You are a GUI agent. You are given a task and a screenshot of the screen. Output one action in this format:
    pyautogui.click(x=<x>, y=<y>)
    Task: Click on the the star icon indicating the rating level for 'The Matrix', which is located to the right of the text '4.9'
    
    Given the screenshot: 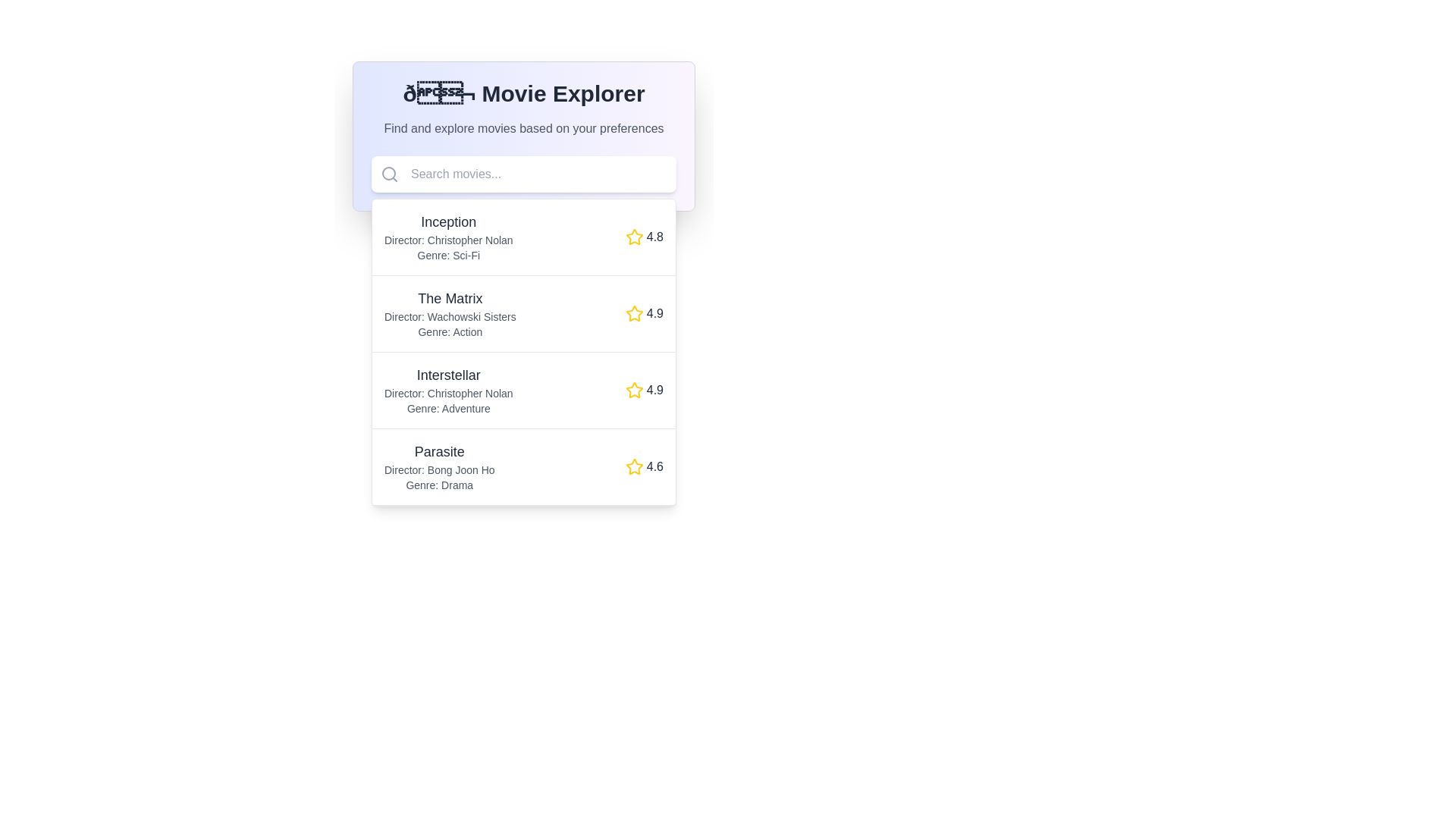 What is the action you would take?
    pyautogui.click(x=634, y=312)
    